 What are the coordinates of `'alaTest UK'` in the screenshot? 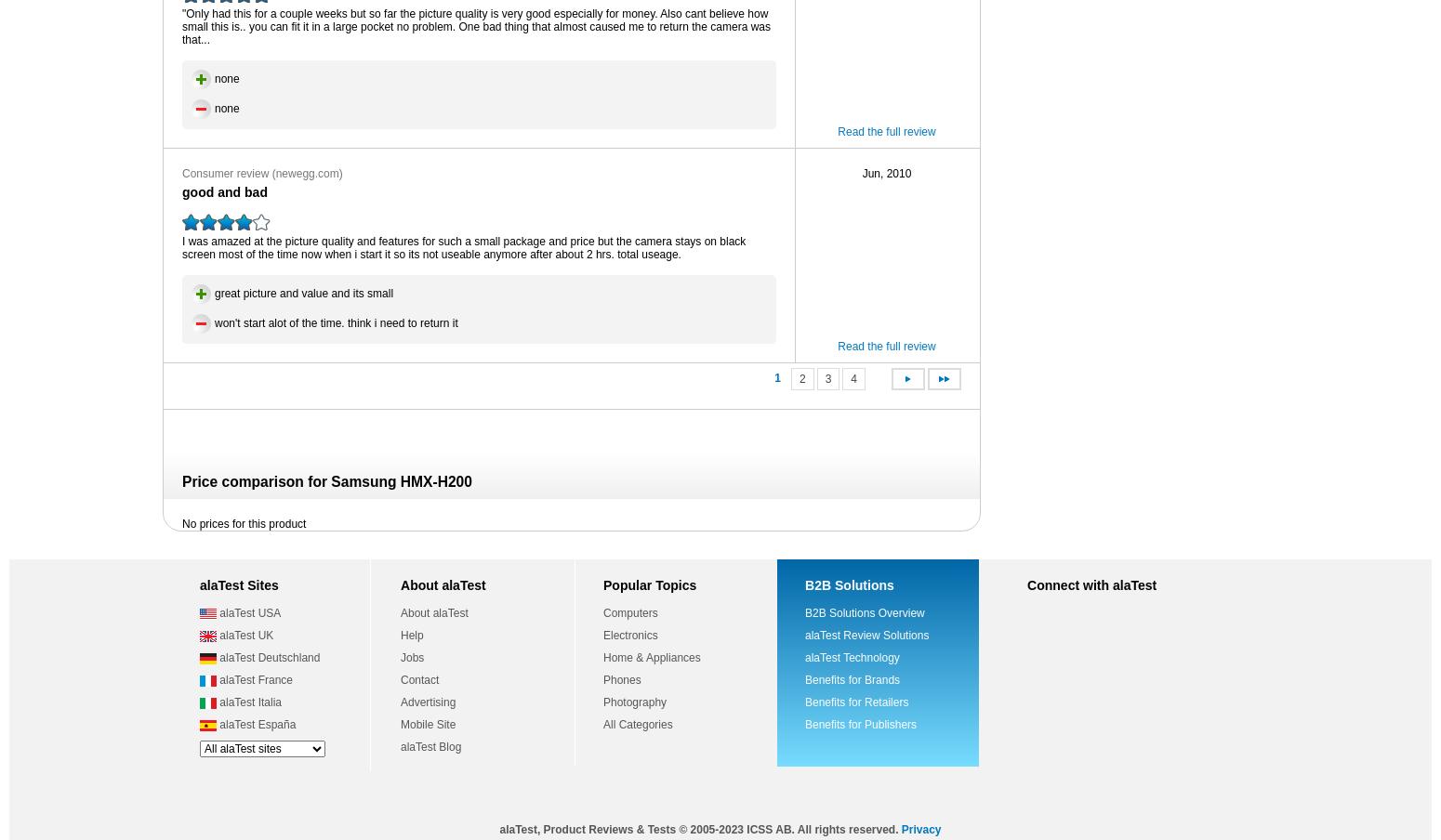 It's located at (245, 634).